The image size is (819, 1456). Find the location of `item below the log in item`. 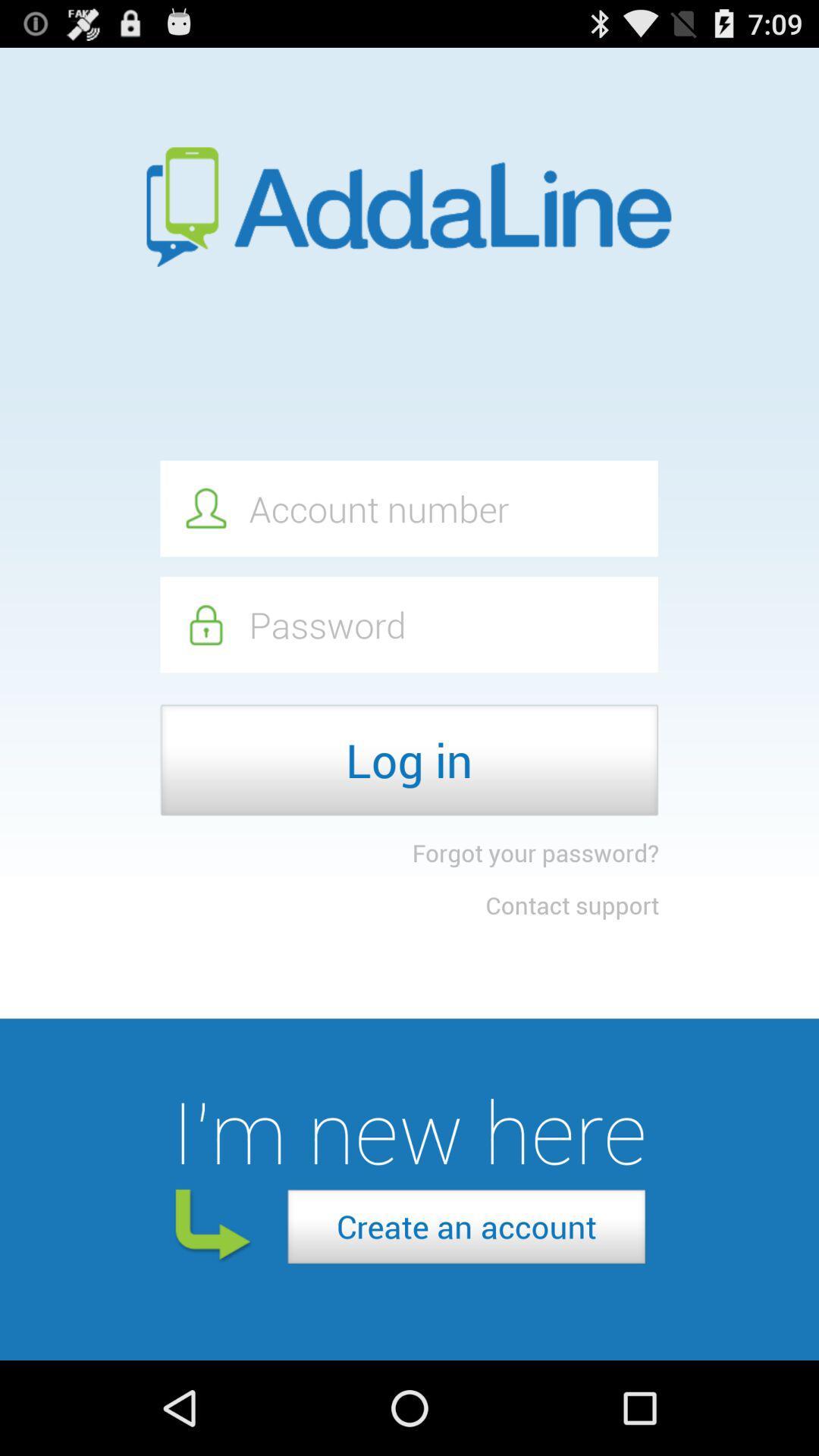

item below the log in item is located at coordinates (535, 852).